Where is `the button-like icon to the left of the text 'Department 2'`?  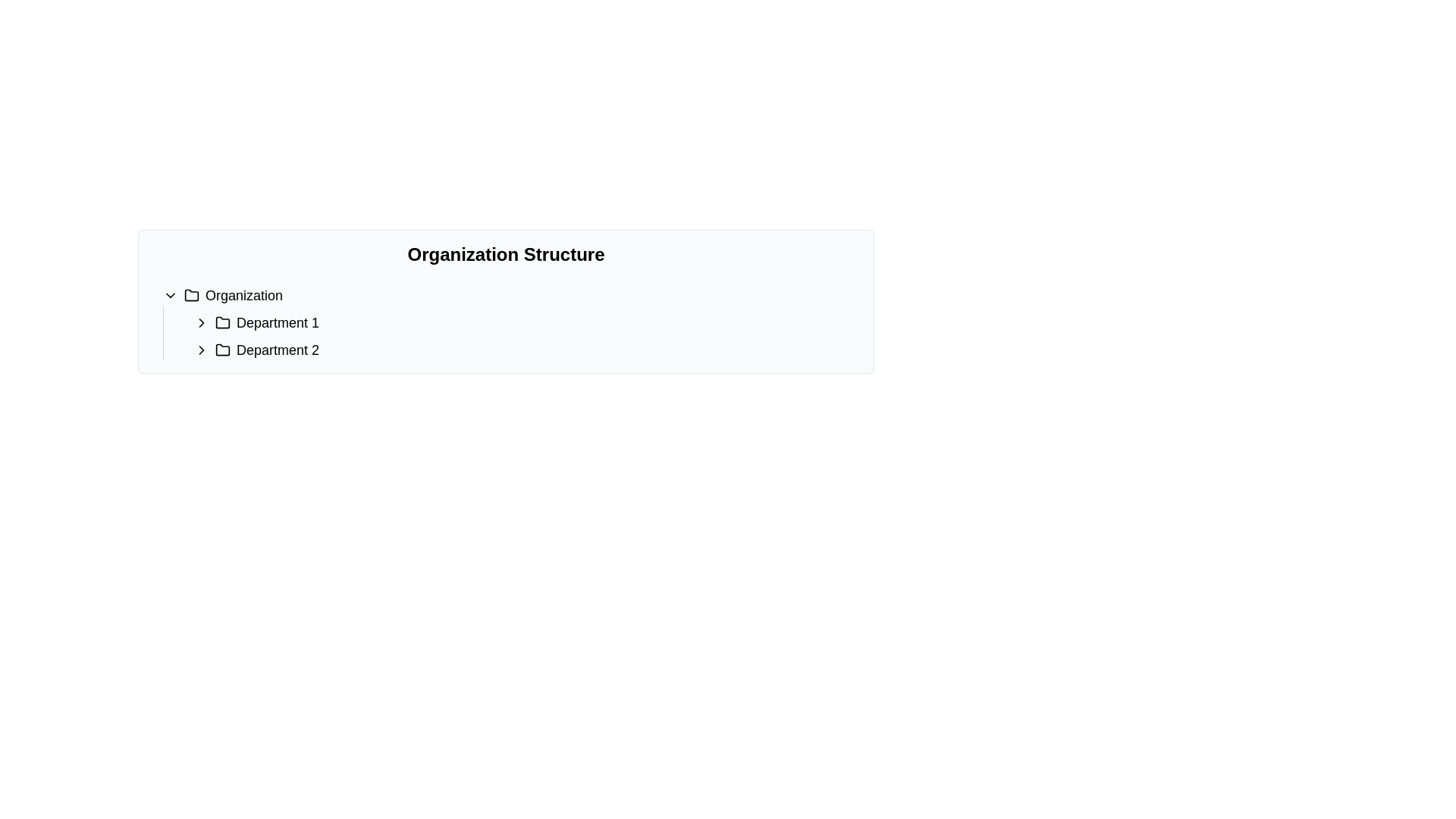
the button-like icon to the left of the text 'Department 2' is located at coordinates (200, 350).